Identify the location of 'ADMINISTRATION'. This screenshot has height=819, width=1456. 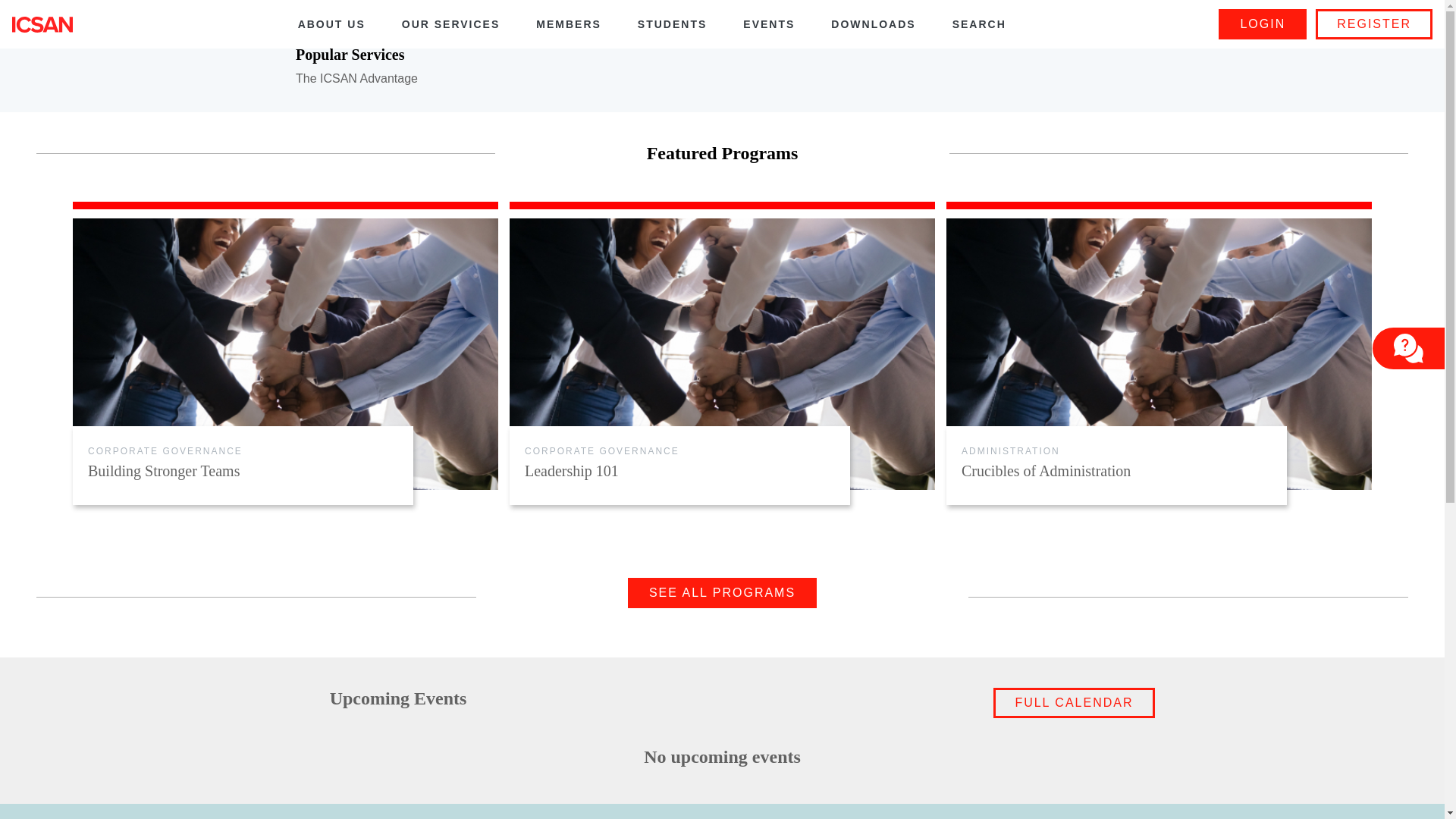
(1011, 450).